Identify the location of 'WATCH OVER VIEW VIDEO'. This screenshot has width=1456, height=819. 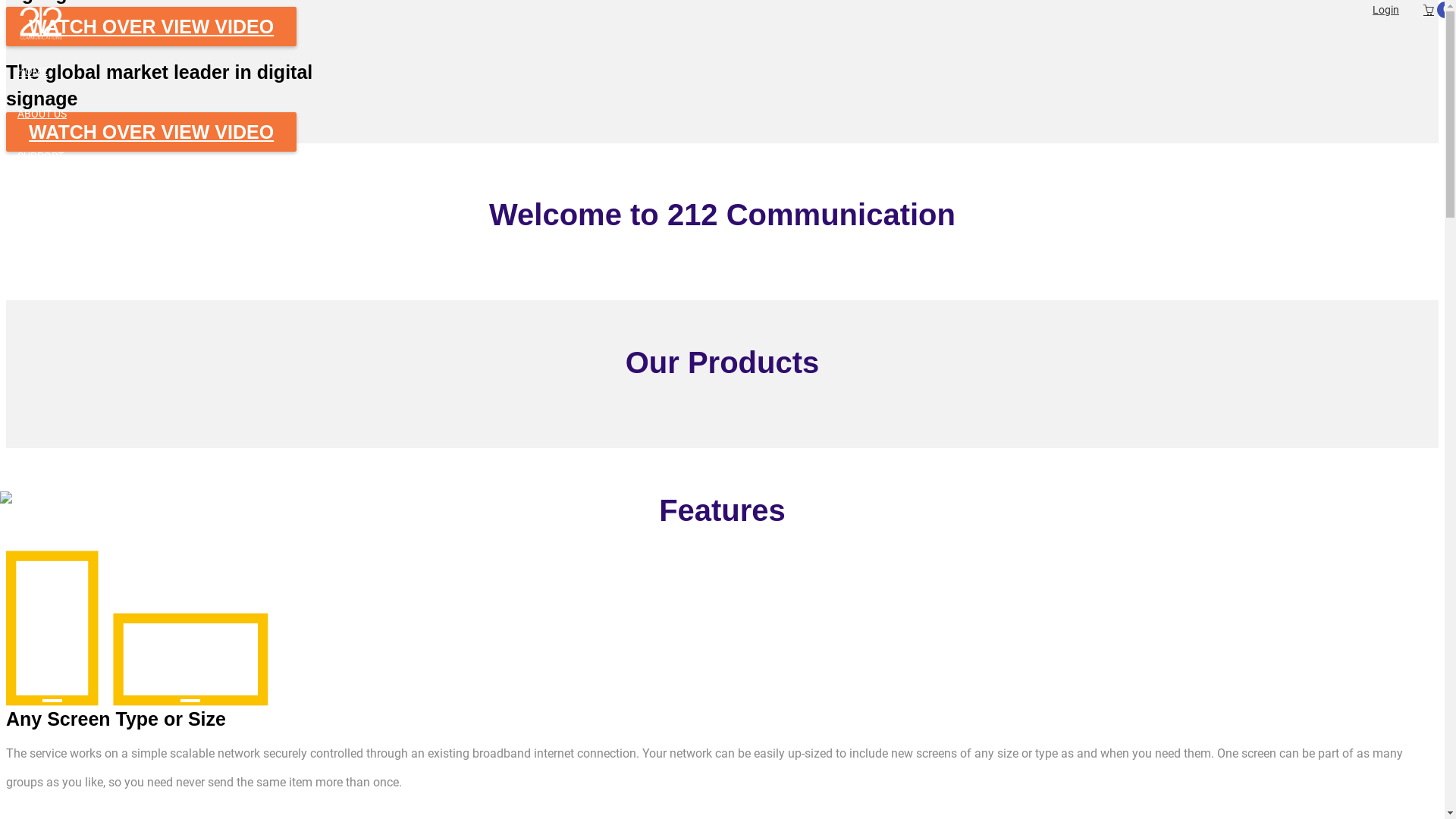
(151, 130).